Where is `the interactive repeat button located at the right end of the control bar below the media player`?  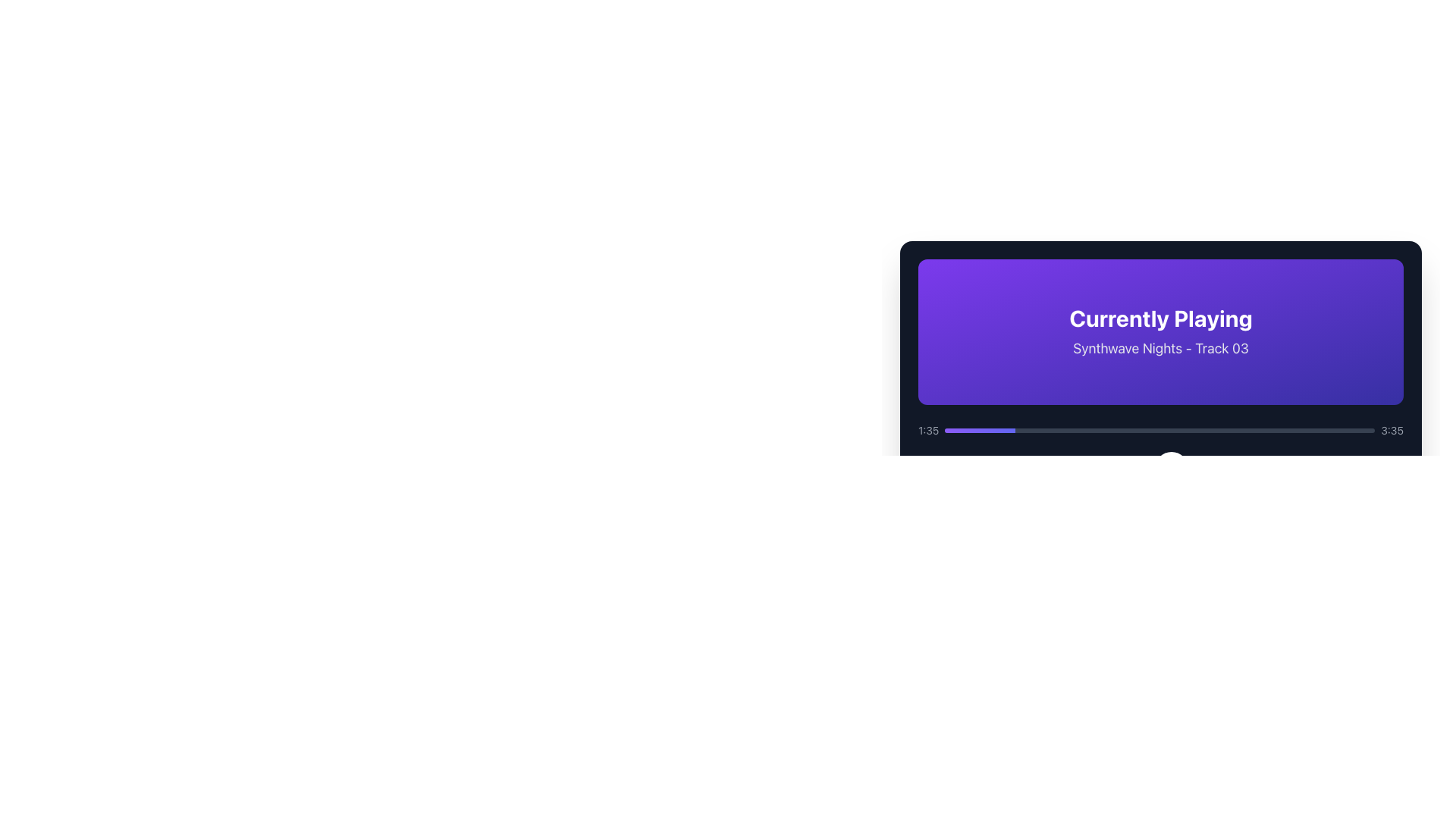 the interactive repeat button located at the right end of the control bar below the media player is located at coordinates (1252, 467).